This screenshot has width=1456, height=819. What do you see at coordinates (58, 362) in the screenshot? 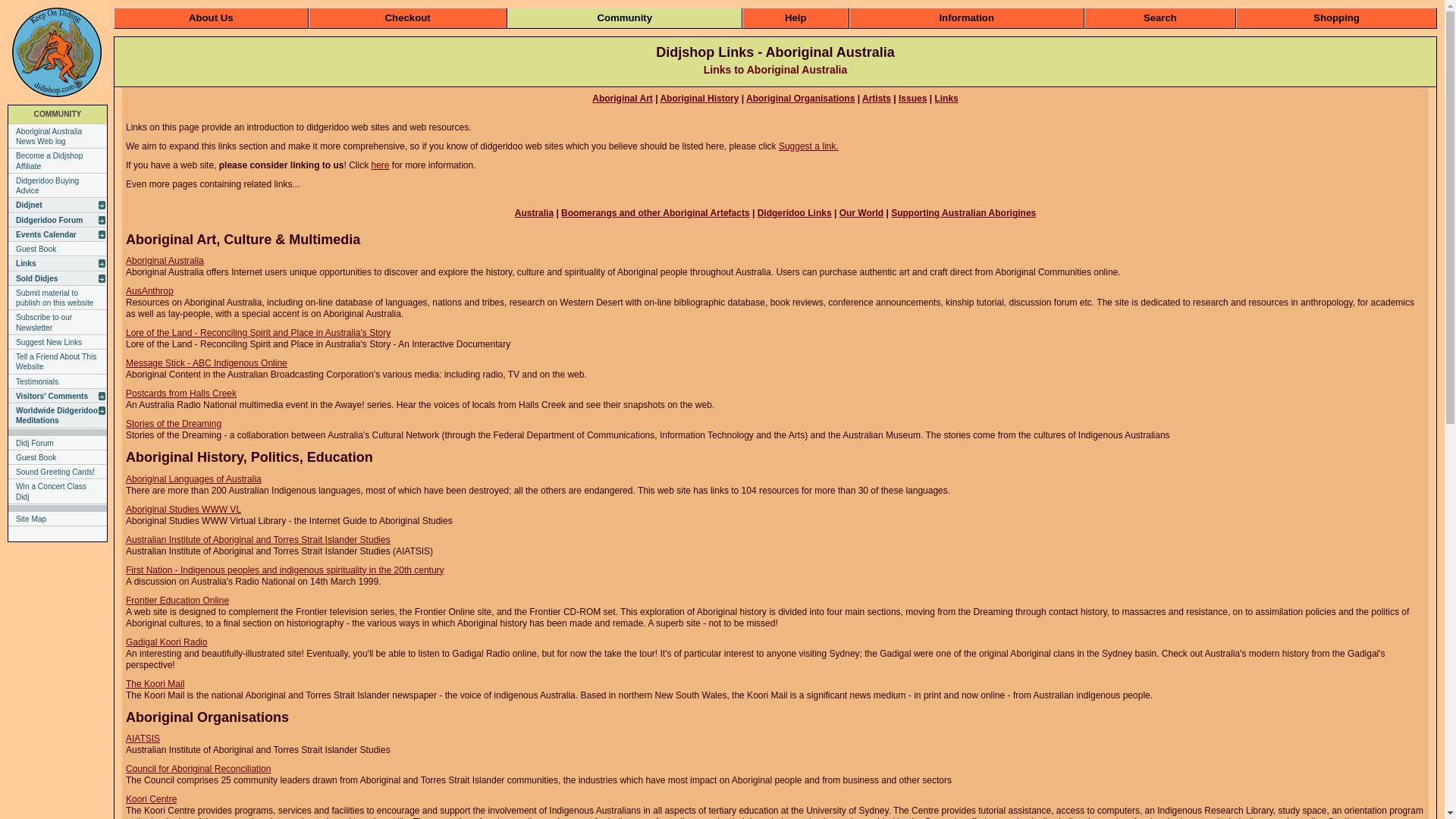
I see `'Tell a Friend About This Website'` at bounding box center [58, 362].